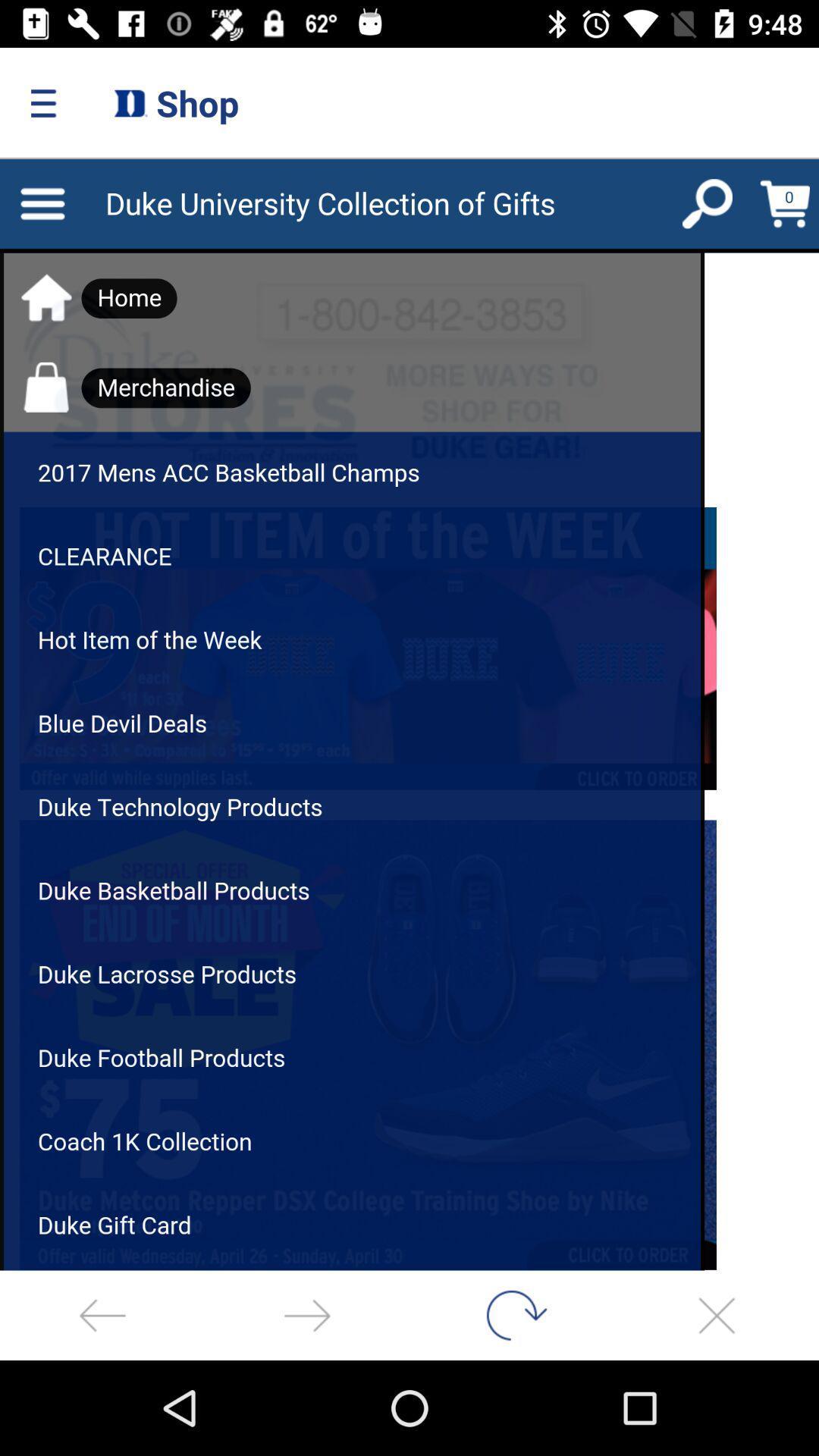 Image resolution: width=819 pixels, height=1456 pixels. I want to click on previous go back, so click(102, 1314).